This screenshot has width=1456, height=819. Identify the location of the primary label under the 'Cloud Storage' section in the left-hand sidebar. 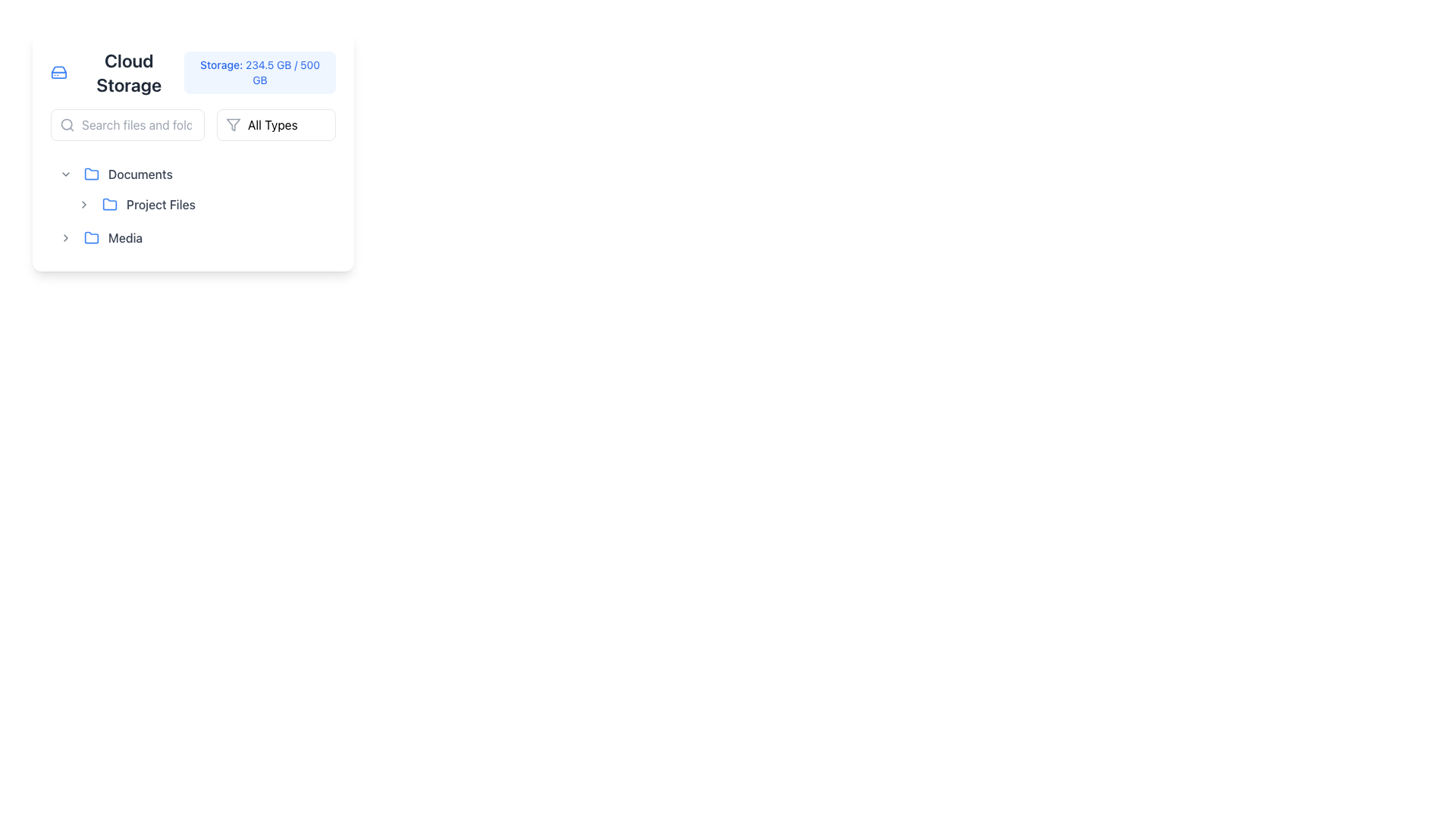
(134, 174).